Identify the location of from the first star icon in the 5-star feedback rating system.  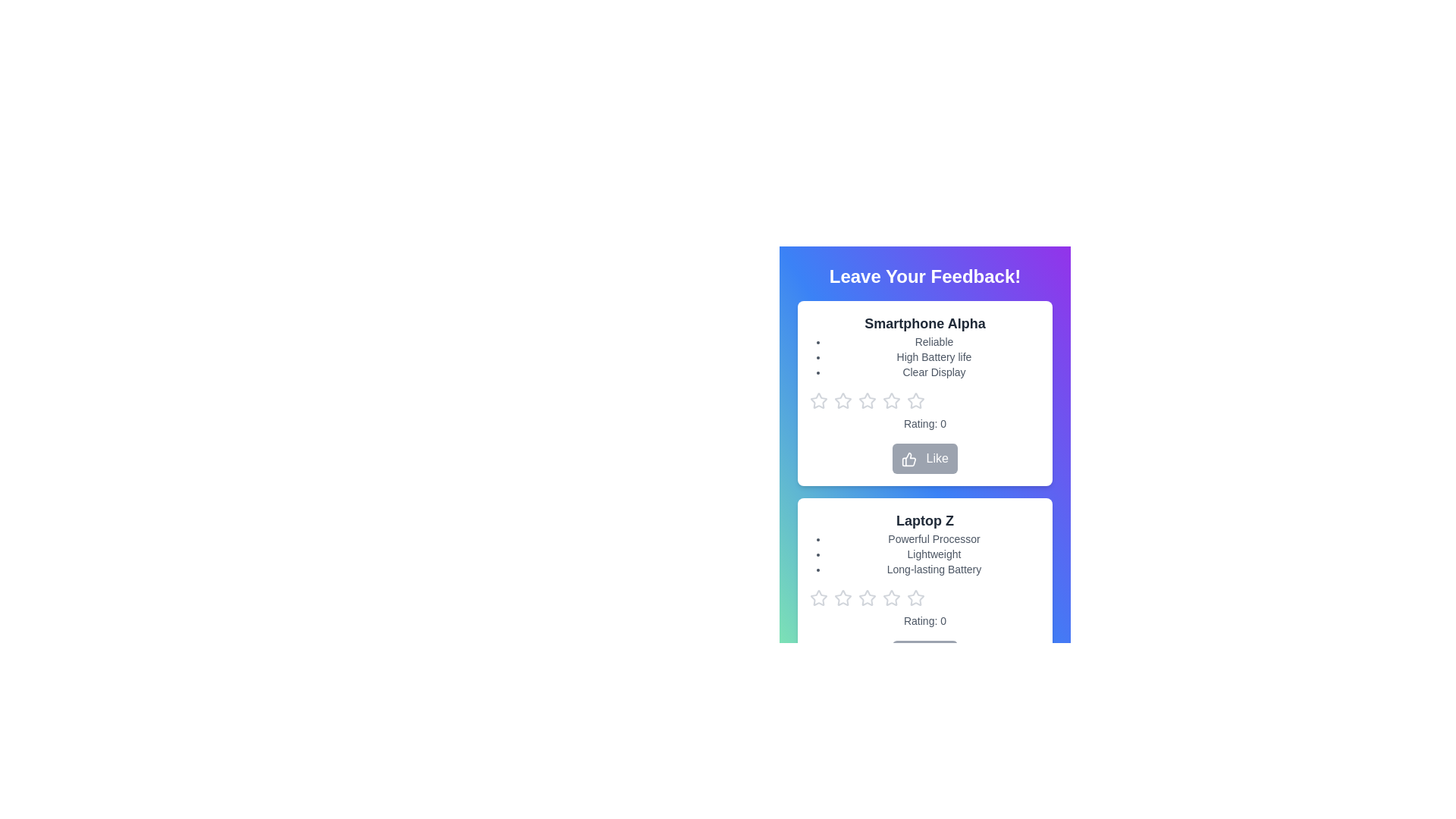
(818, 597).